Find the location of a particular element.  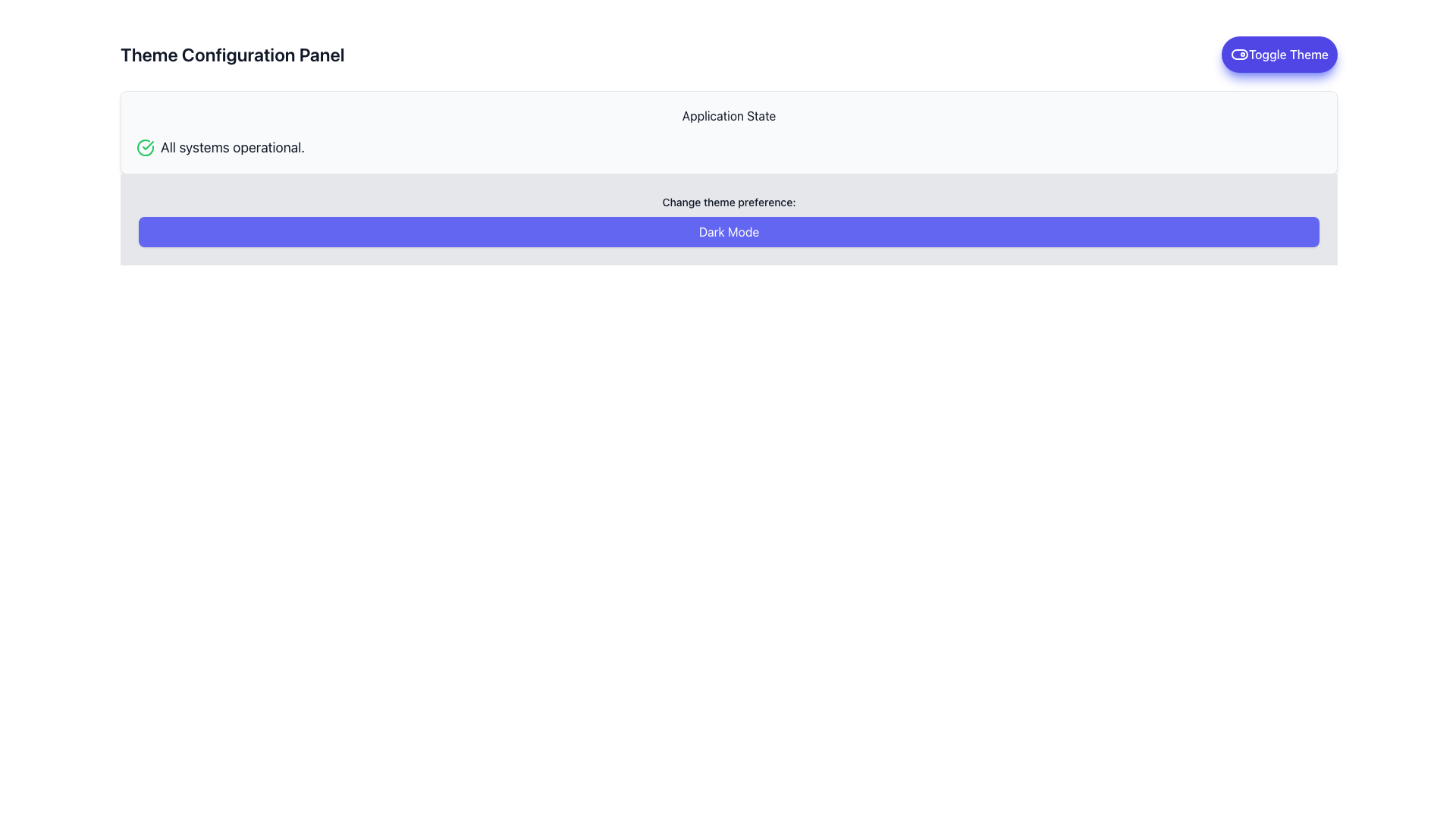

the text label that reads 'Change theme preference:' which is displayed in a smaller font on a light gray background, located above the 'Dark Mode' button is located at coordinates (729, 201).